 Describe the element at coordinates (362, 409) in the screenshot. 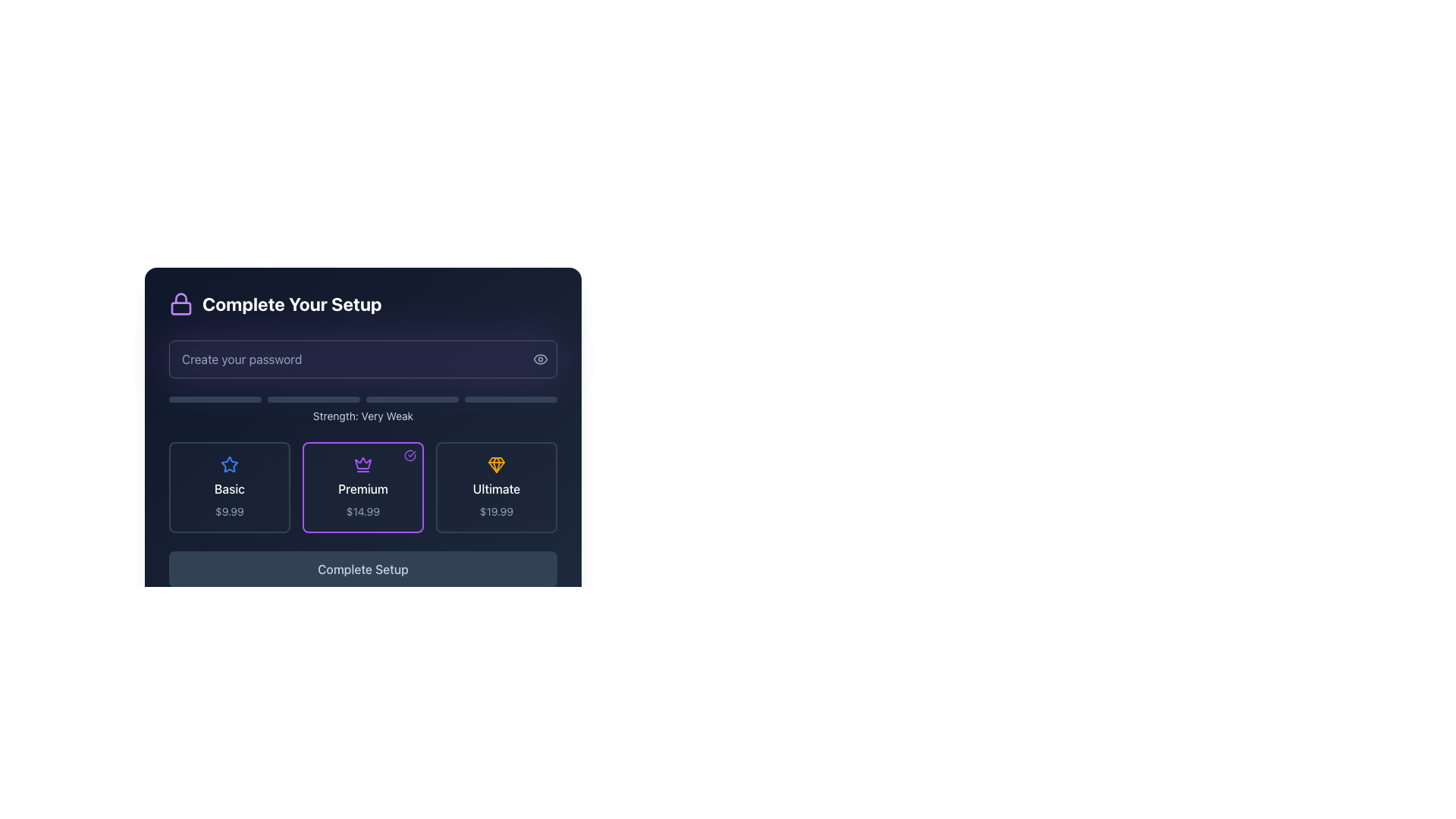

I see `the text label that provides feedback on the strength of the password entered, located below the password input field and above the pricing options` at that location.